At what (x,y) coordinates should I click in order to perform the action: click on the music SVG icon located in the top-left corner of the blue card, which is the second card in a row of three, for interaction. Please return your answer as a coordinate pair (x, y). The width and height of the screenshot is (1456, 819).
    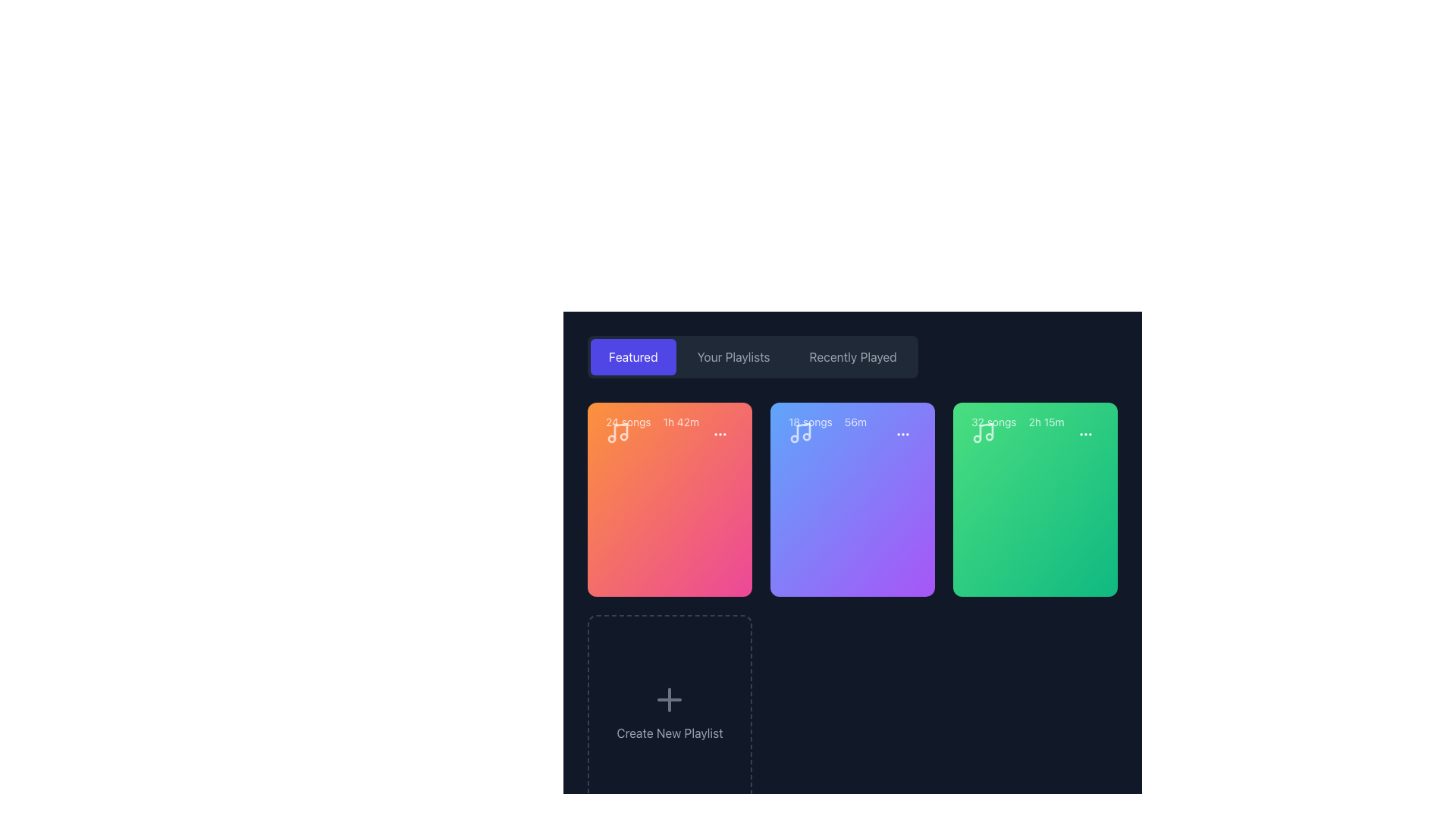
    Looking at the image, I should click on (800, 432).